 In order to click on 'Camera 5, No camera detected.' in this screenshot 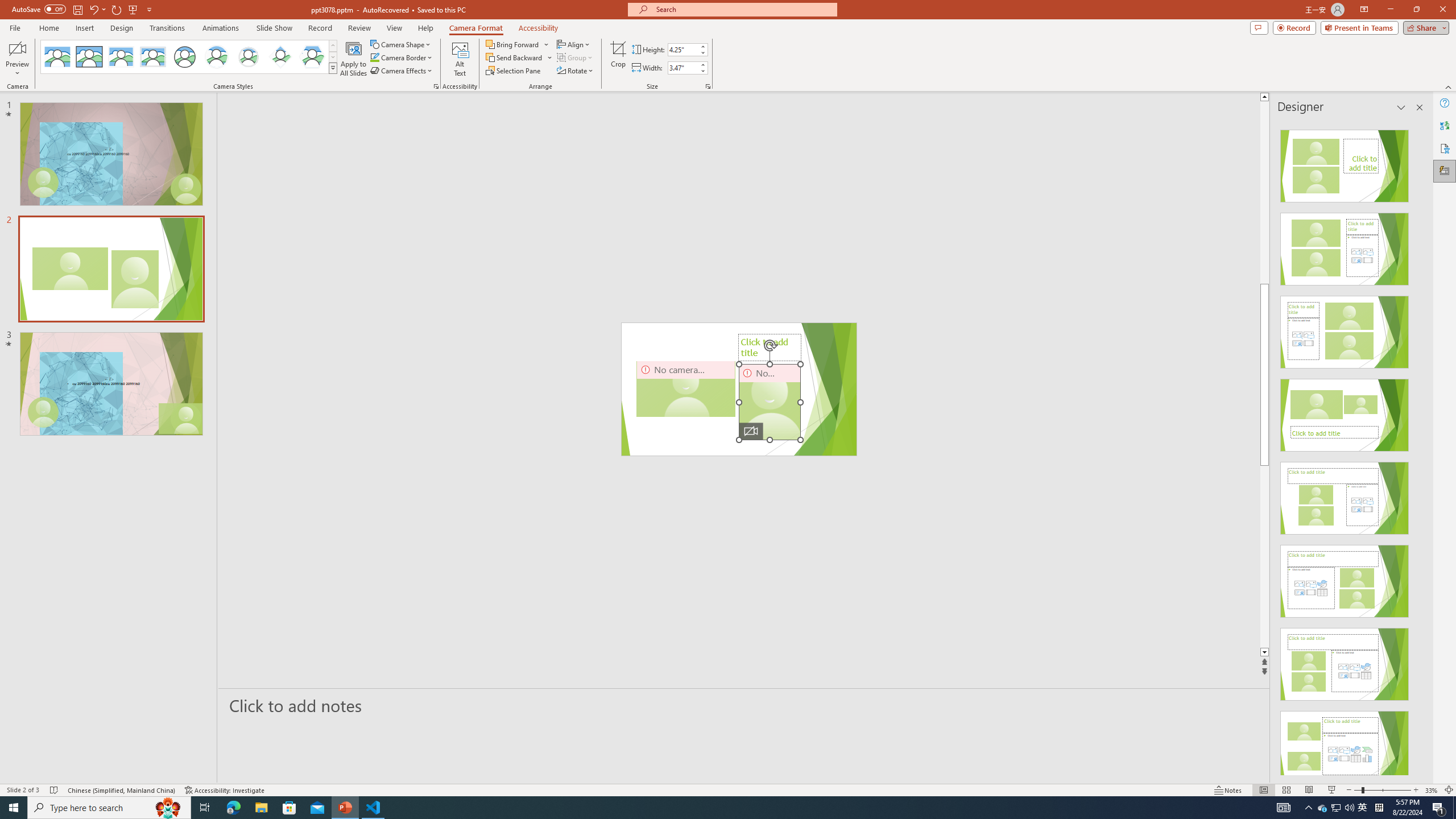, I will do `click(770, 402)`.